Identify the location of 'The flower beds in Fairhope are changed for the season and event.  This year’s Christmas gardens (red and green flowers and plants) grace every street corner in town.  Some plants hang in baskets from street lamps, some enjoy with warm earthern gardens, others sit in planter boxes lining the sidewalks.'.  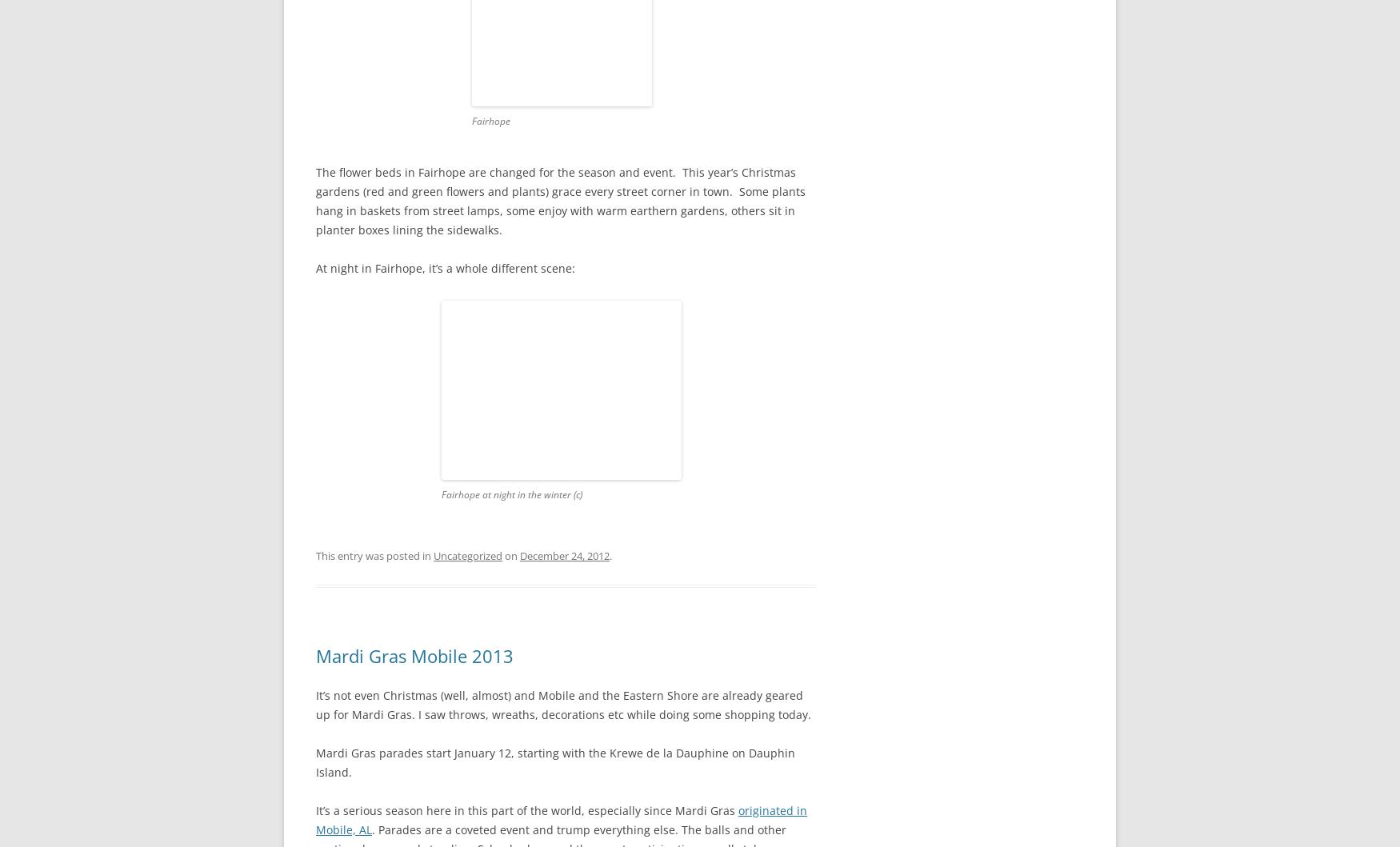
(561, 201).